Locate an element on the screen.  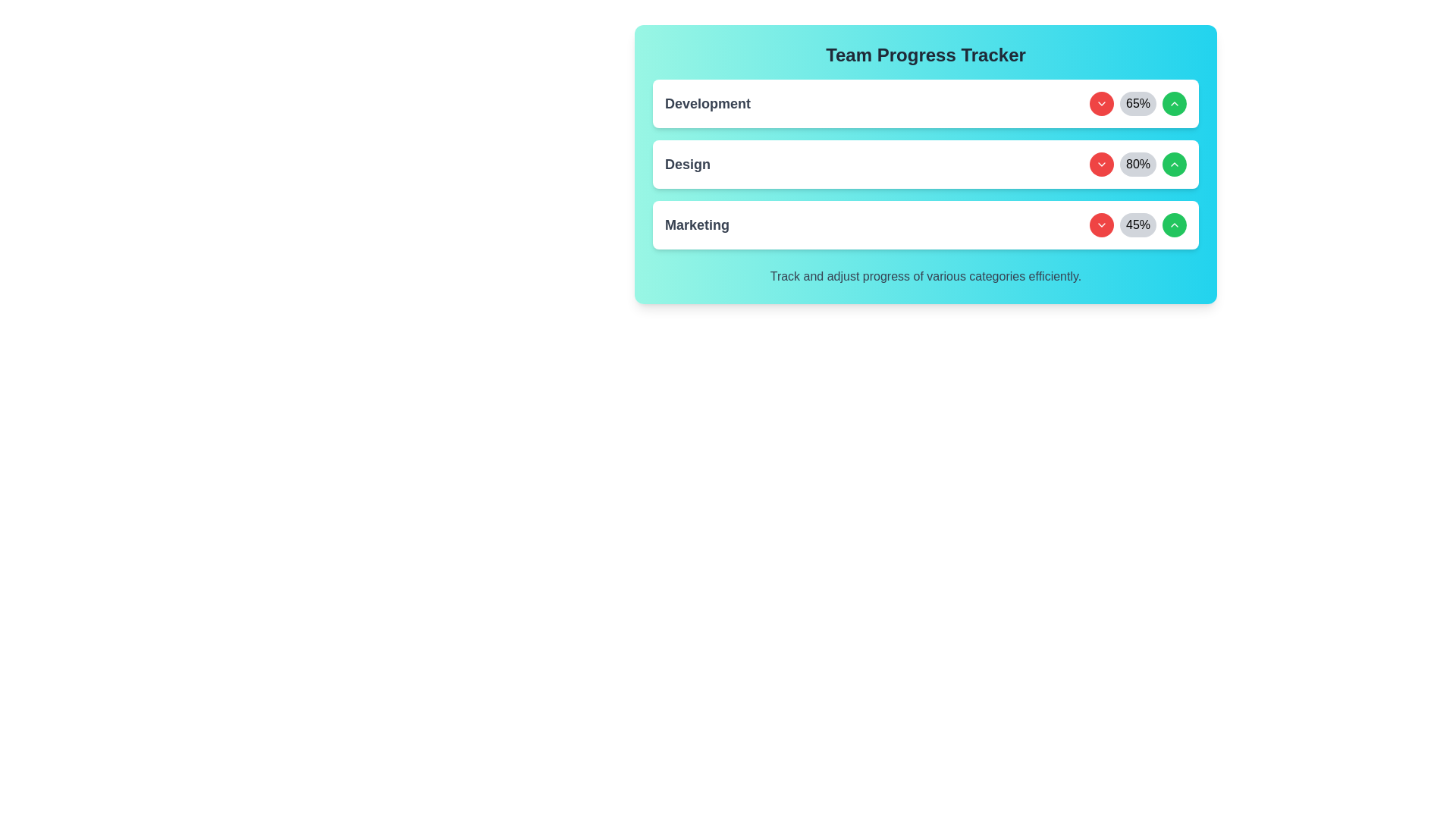
the green circular button with a white upward-pointing chevron icon is located at coordinates (1174, 103).